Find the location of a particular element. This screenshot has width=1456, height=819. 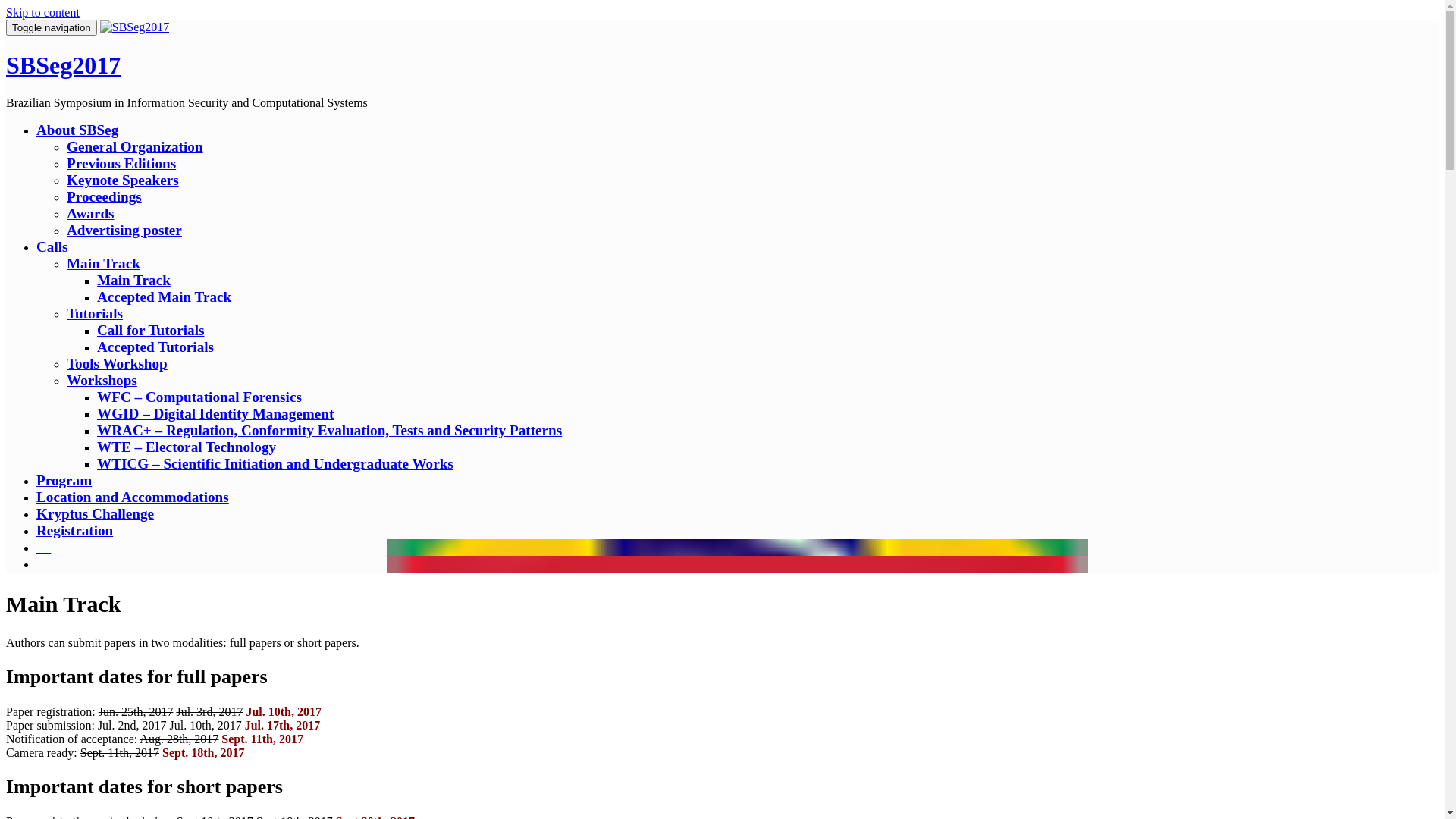

'Keynote Speakers' is located at coordinates (123, 179).